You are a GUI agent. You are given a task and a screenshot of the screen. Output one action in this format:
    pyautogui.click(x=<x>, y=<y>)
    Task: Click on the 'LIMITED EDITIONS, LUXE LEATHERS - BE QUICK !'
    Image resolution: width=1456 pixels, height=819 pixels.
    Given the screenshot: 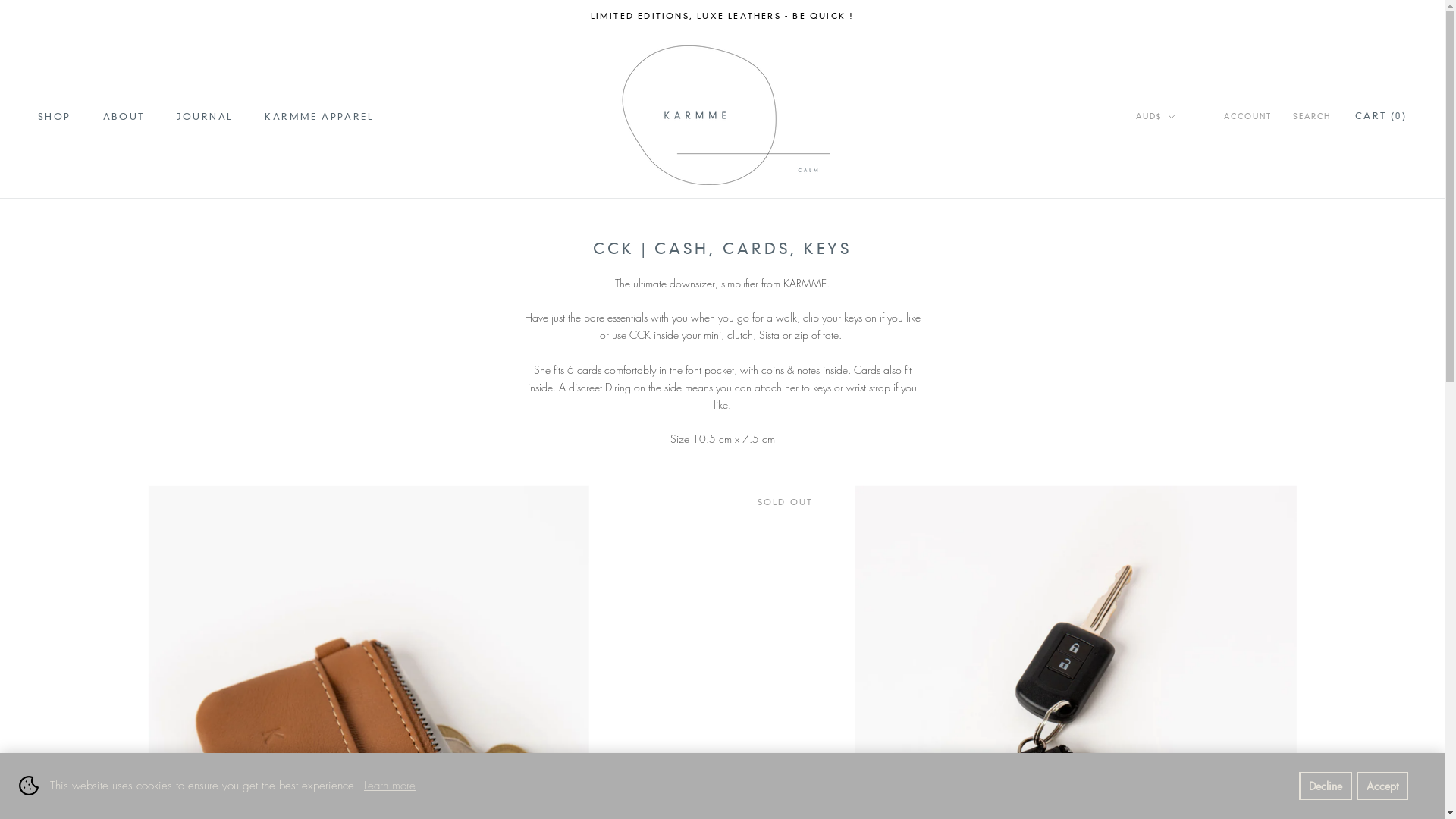 What is the action you would take?
    pyautogui.click(x=722, y=15)
    